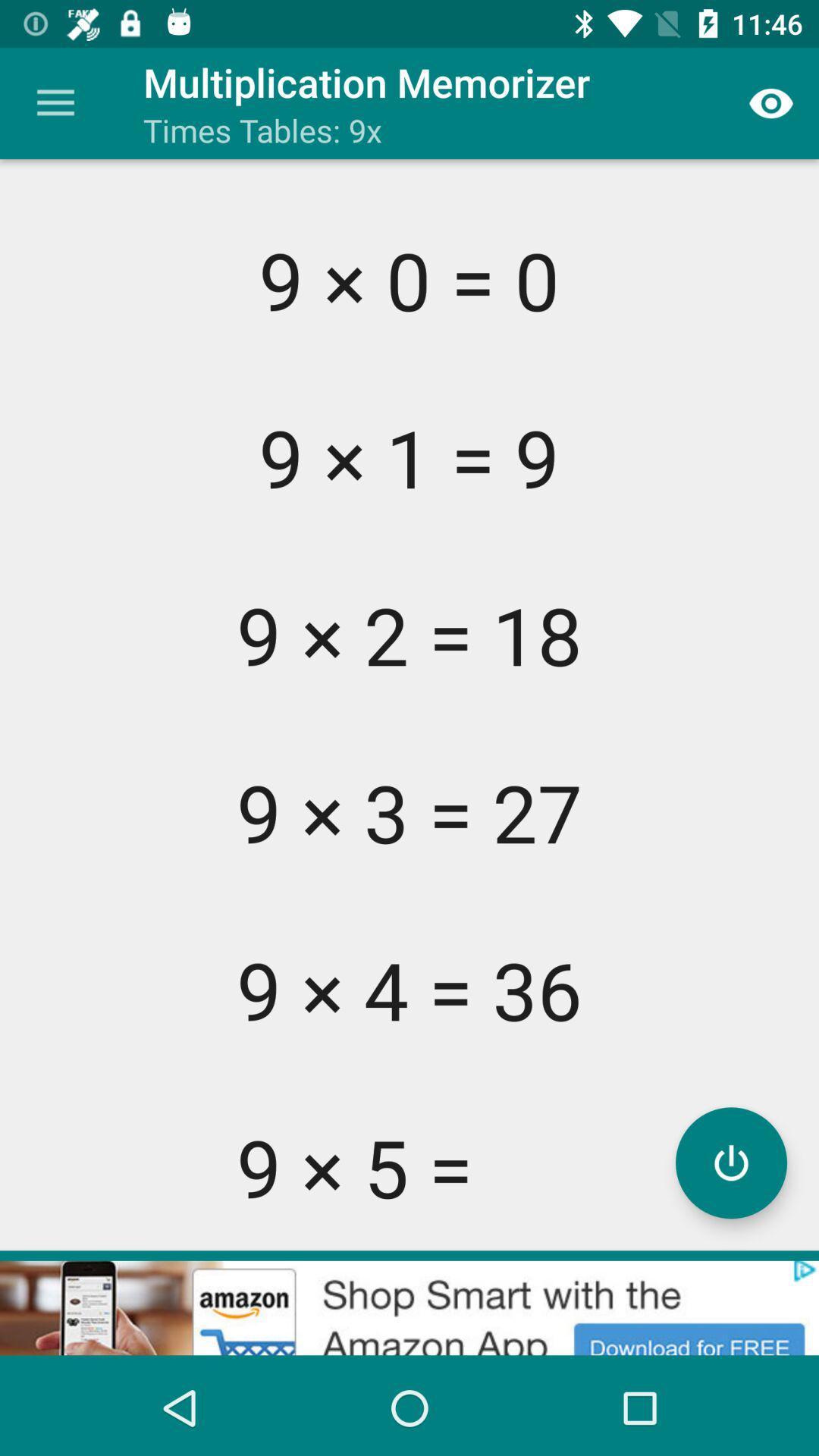 Image resolution: width=819 pixels, height=1456 pixels. Describe the element at coordinates (730, 1162) in the screenshot. I see `power button` at that location.